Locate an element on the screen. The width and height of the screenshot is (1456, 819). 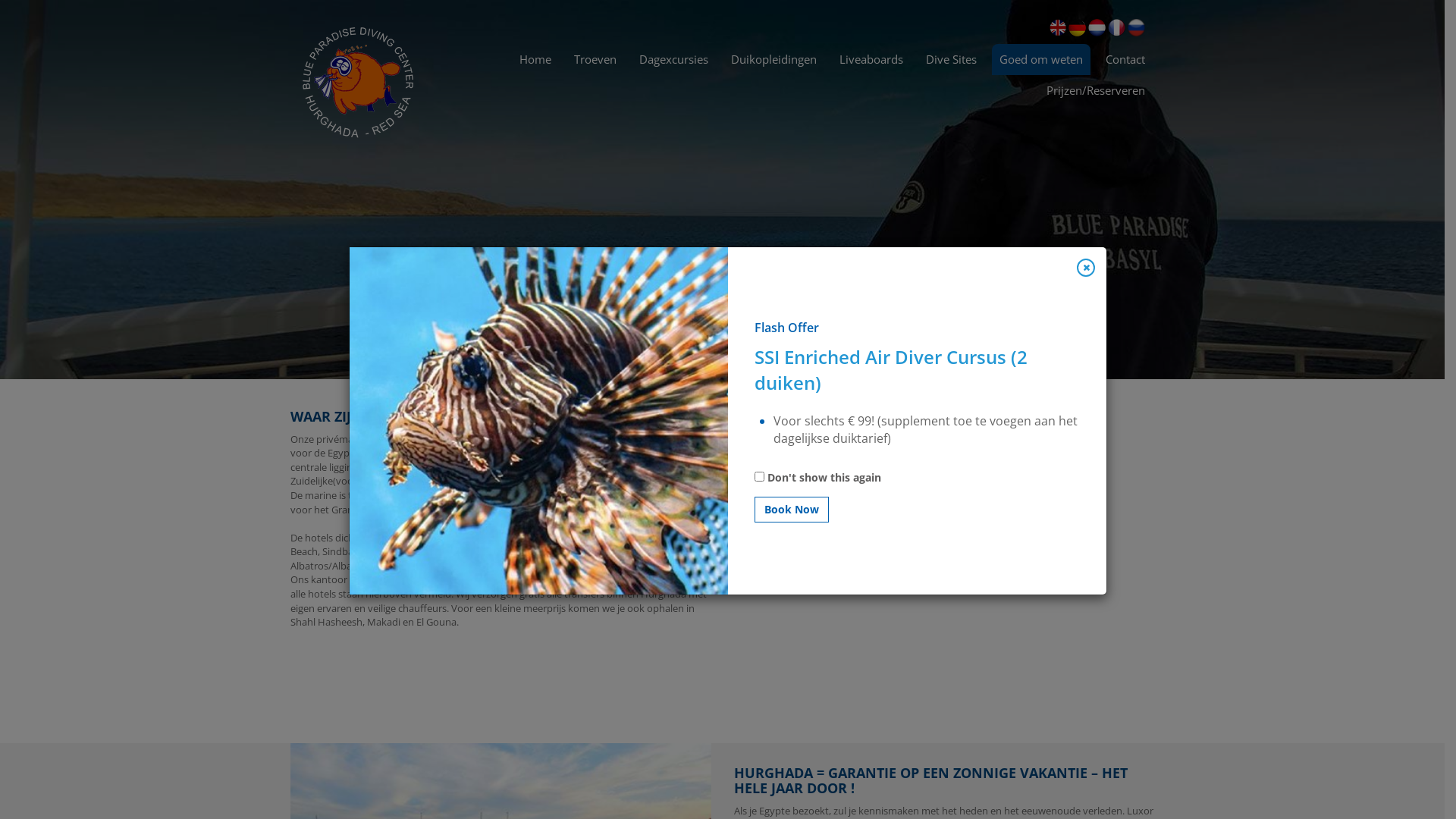
'Troeven' is located at coordinates (566, 58).